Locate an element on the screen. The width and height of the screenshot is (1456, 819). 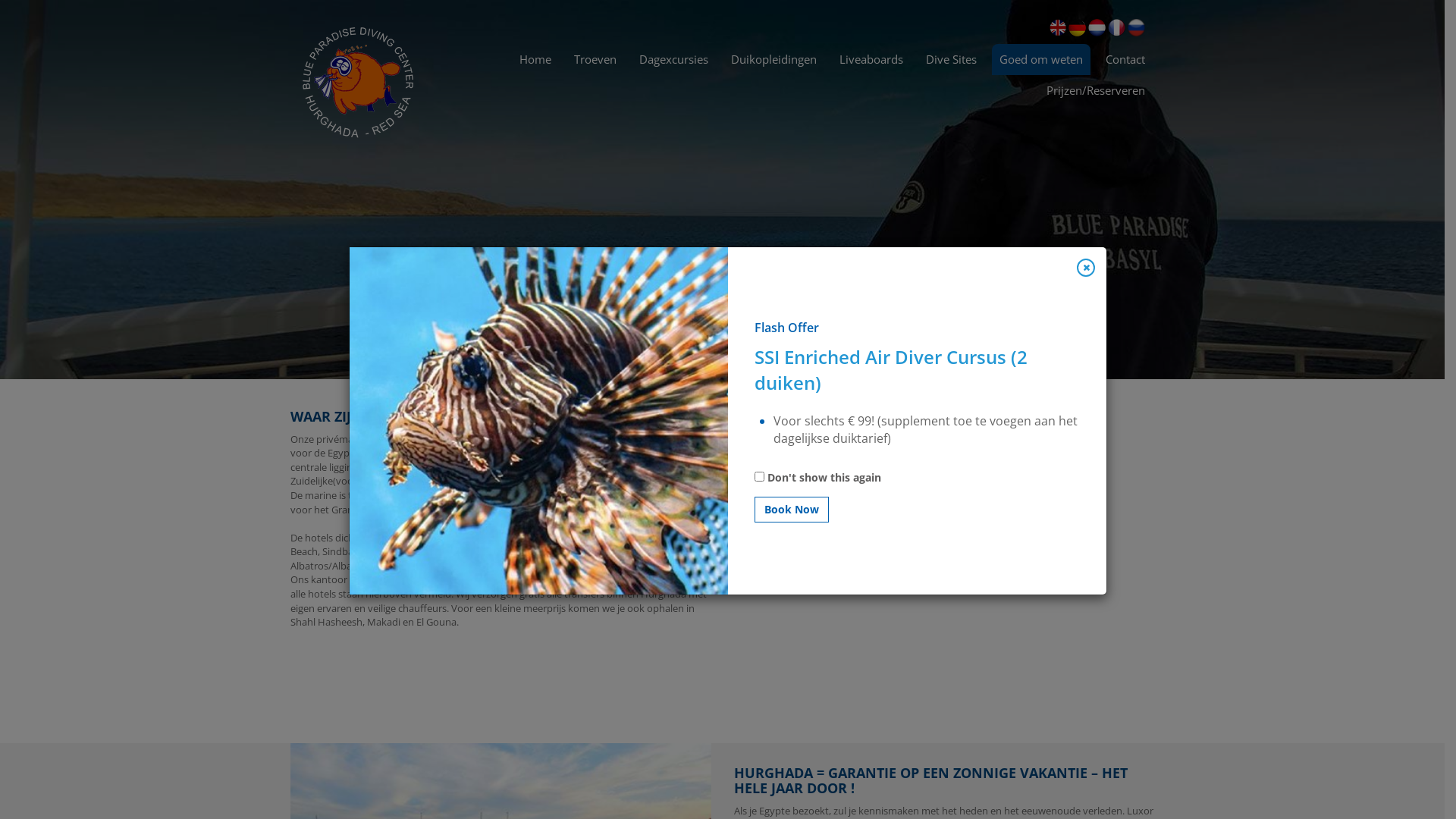
'Troeven' is located at coordinates (566, 58).